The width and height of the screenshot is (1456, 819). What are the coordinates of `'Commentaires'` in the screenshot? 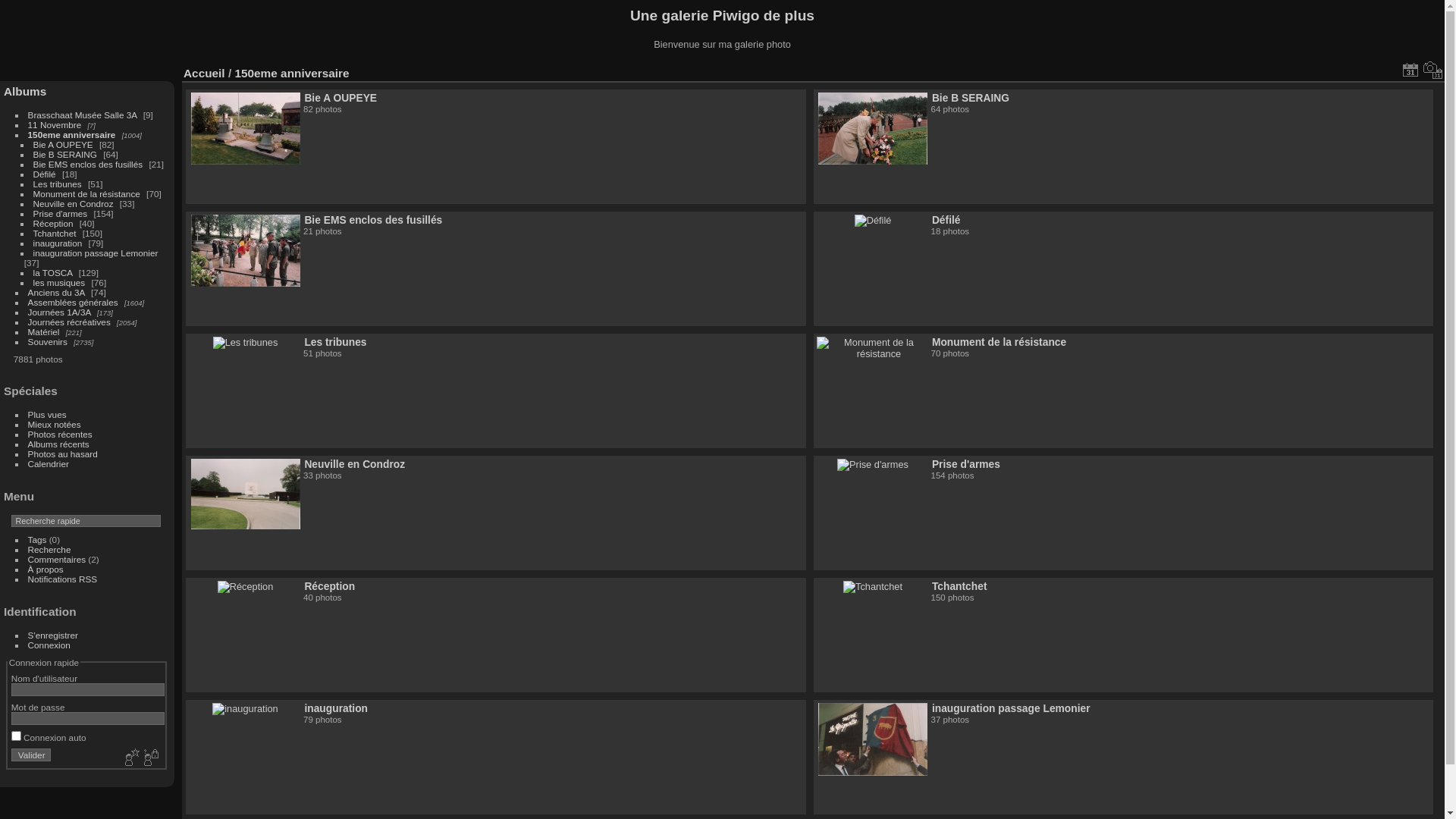 It's located at (57, 559).